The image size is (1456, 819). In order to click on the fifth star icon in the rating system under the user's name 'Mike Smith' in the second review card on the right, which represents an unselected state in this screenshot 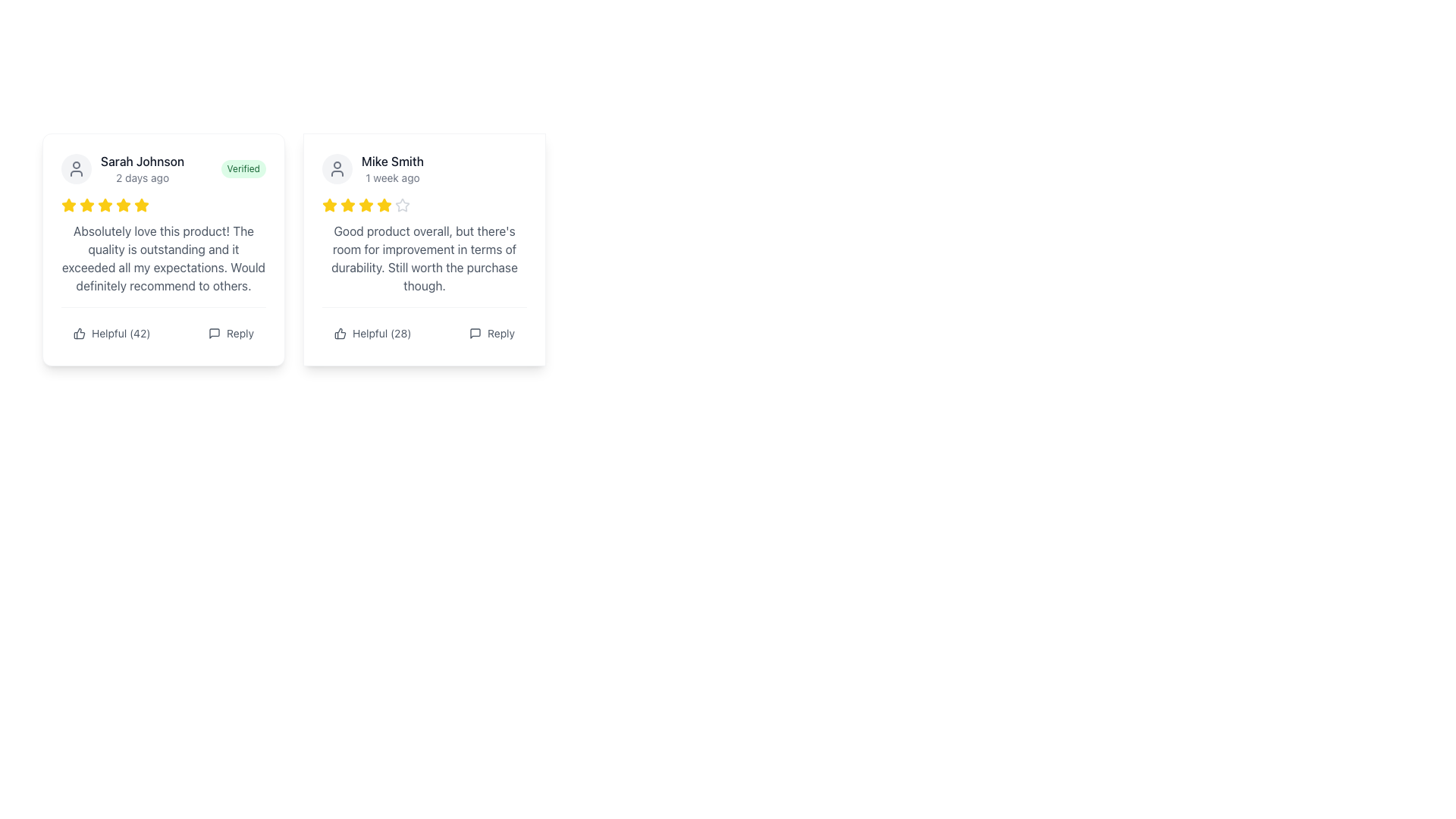, I will do `click(403, 205)`.